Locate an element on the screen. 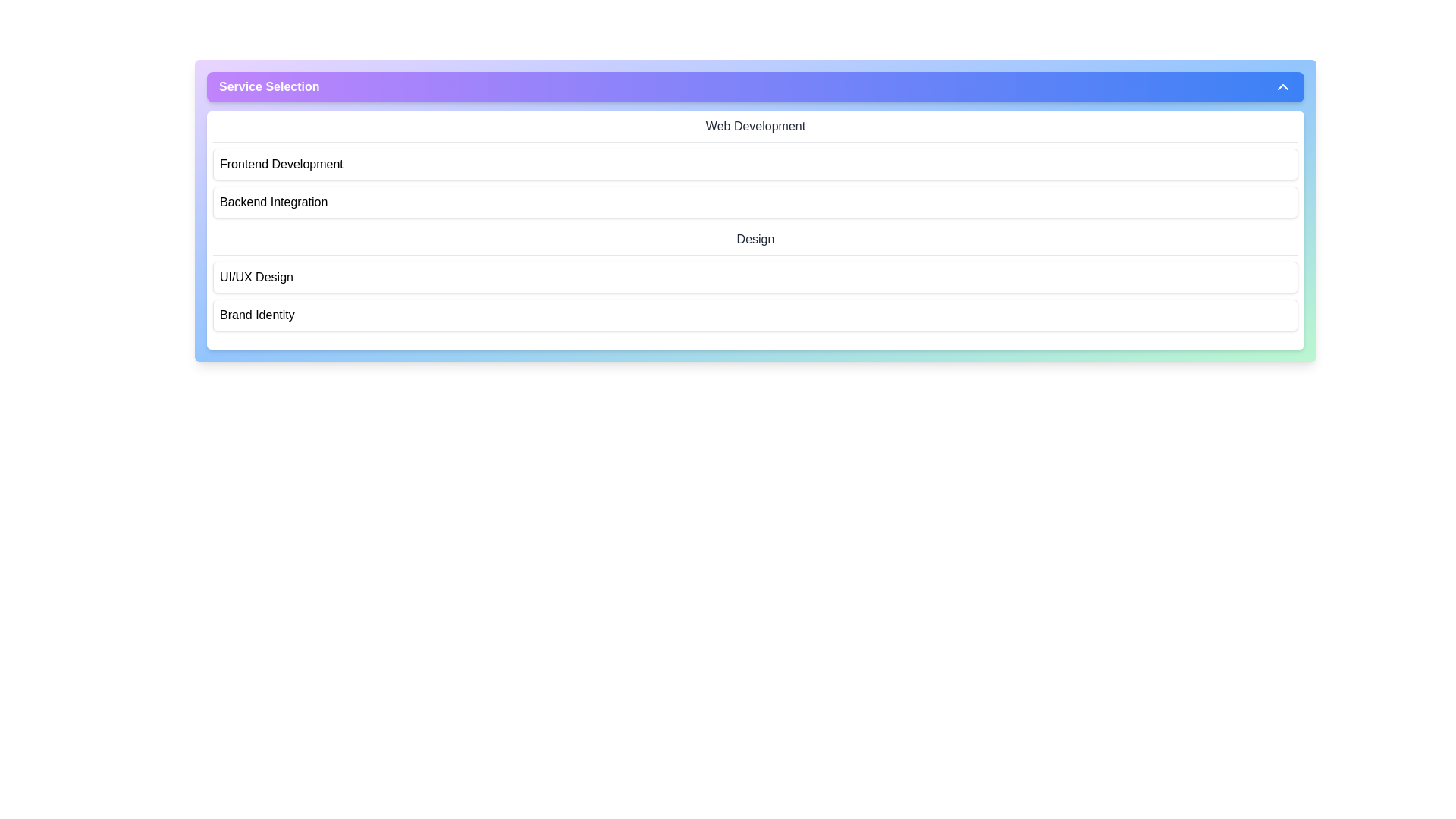  the text label representing a category or option, located as the second item under the 'Service Selection' header, positioned between 'Frontend Development' and 'UI/UX Design' is located at coordinates (274, 201).